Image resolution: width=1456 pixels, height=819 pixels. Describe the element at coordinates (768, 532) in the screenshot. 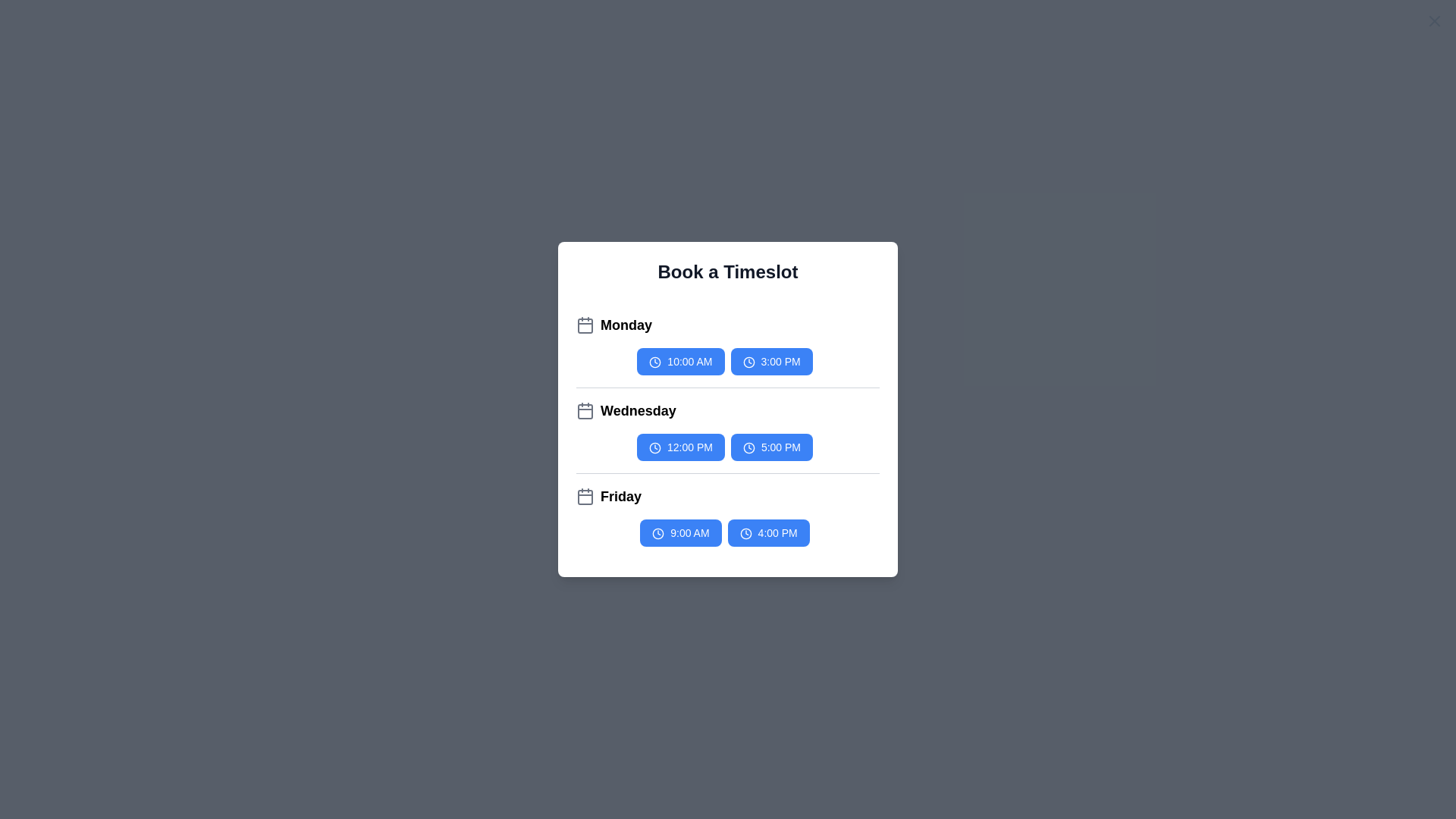

I see `the timeslot button labeled 4:00 PM` at that location.